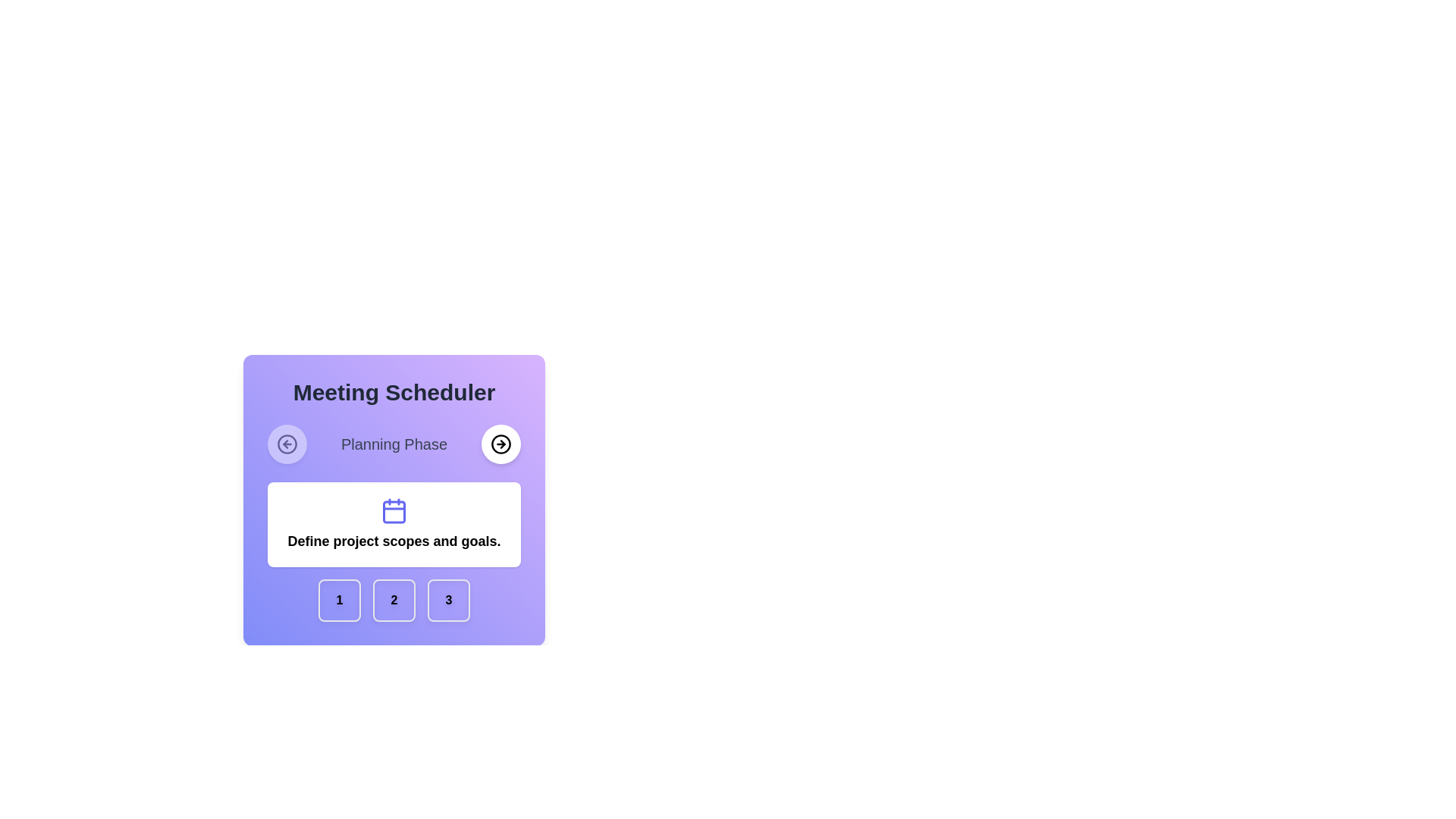 The height and width of the screenshot is (819, 1456). Describe the element at coordinates (394, 491) in the screenshot. I see `the informative text block with an icon located centrally below the 'Meeting Scheduler' title and above the buttons labeled '1', '2', and '3'` at that location.